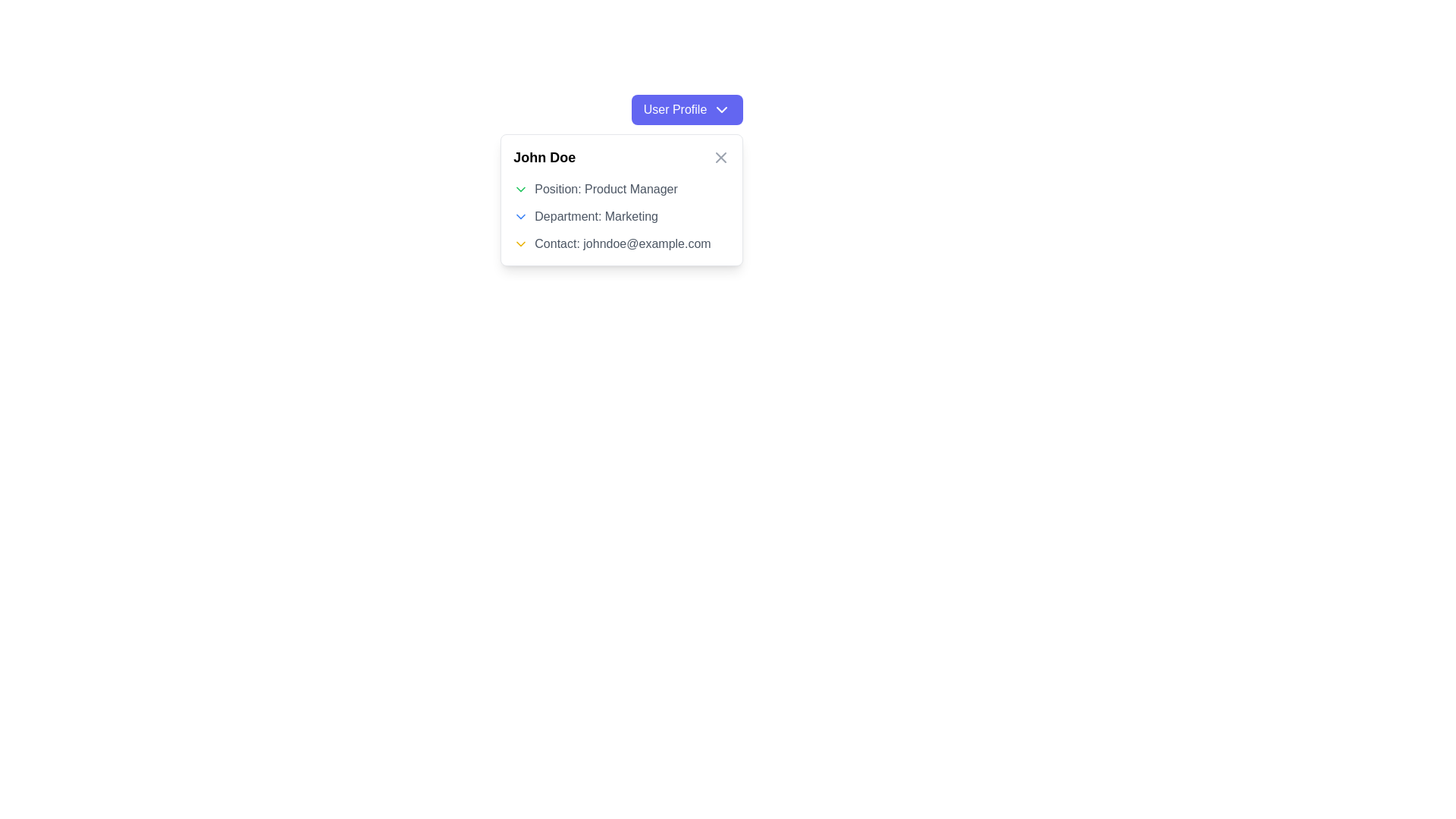  What do you see at coordinates (605, 189) in the screenshot?
I see `the text element displaying 'Position: Product Manager', which is located below the user's name in the card interface and above the other informational rows` at bounding box center [605, 189].